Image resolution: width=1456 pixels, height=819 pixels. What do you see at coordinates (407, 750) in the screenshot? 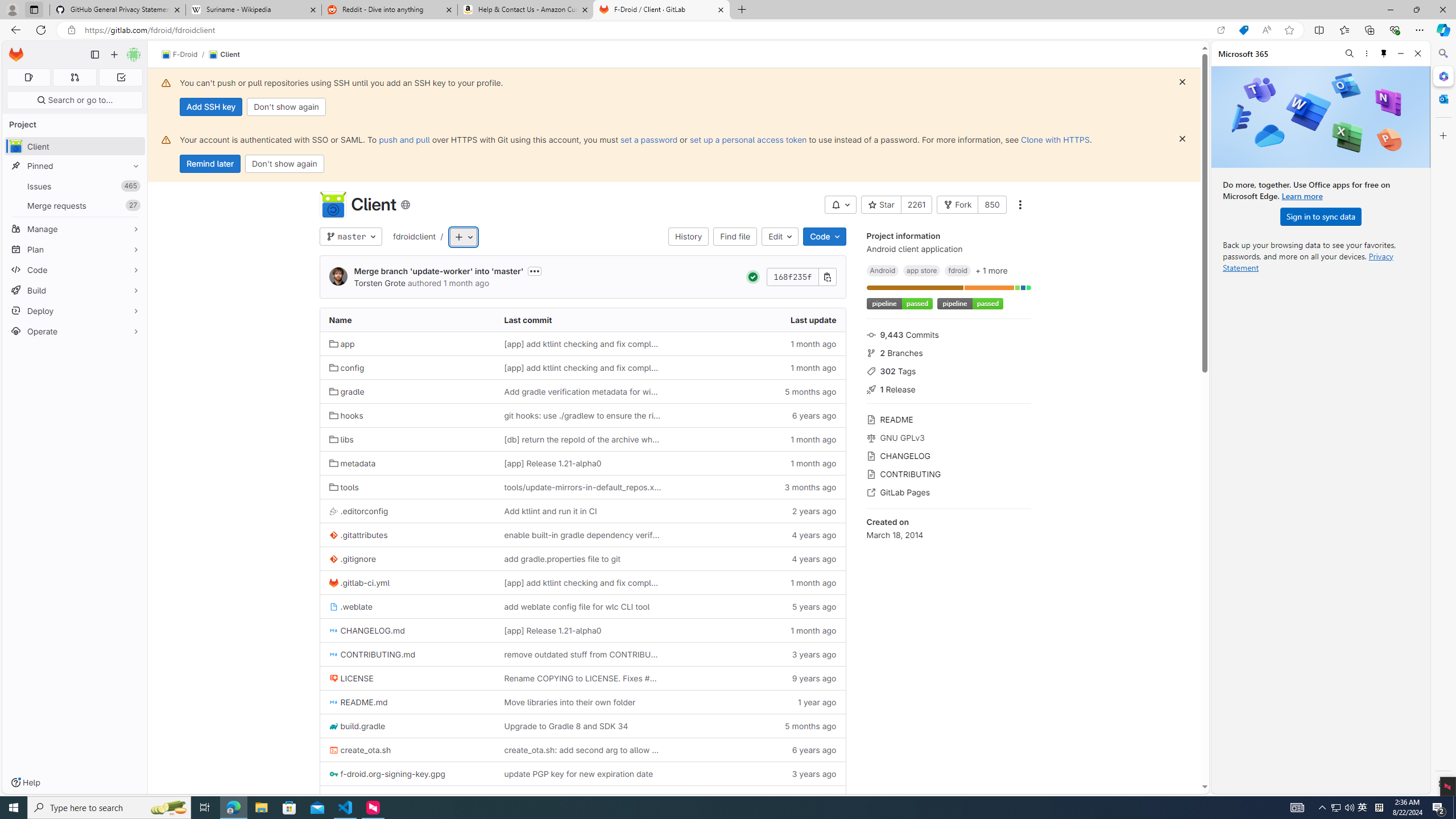
I see `'create_ota.sh'` at bounding box center [407, 750].